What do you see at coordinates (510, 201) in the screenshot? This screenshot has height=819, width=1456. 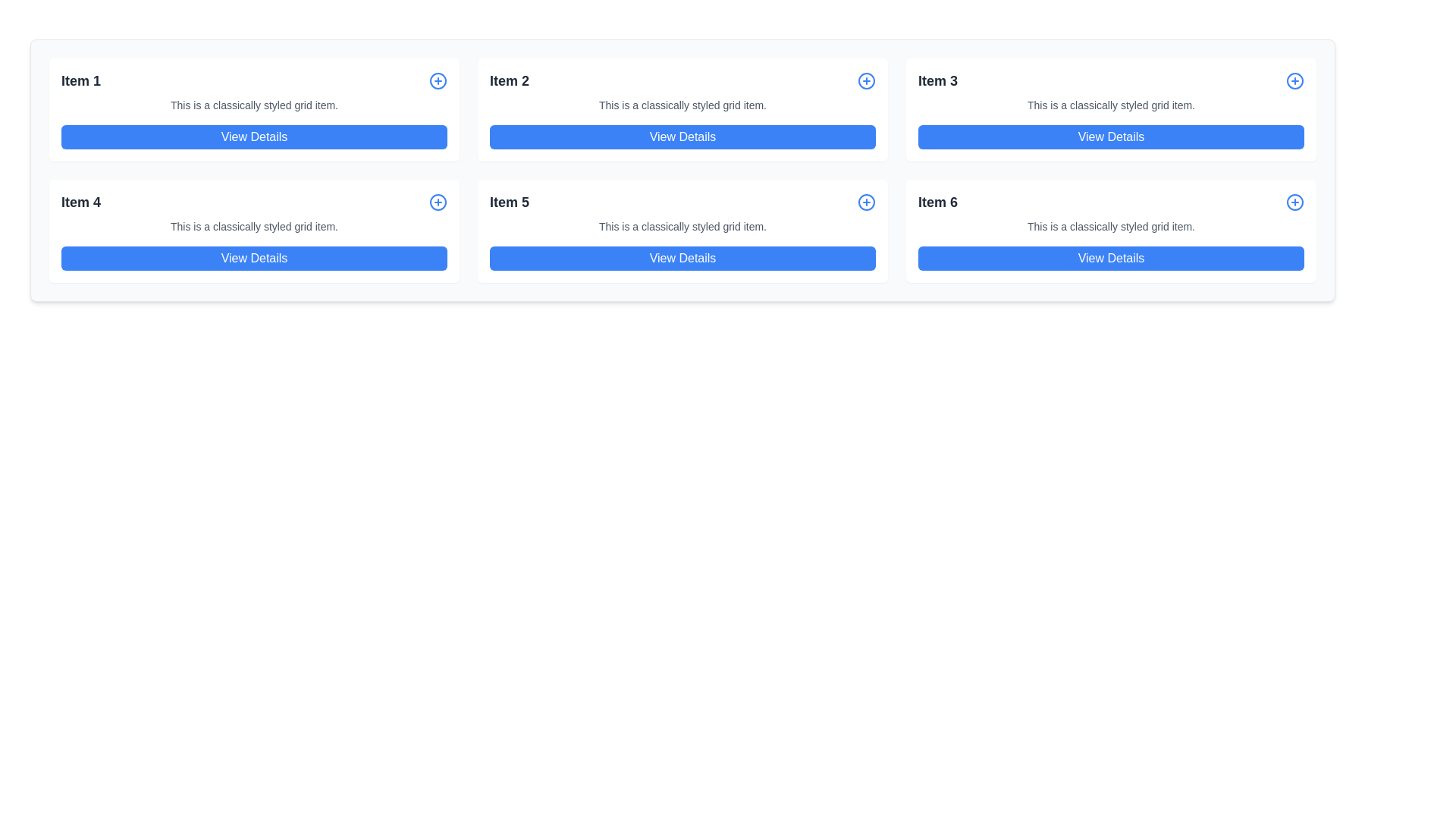 I see `the text label that indicates the name or title of the item represented by the fifth card in the middle row, second column of the grid layout` at bounding box center [510, 201].